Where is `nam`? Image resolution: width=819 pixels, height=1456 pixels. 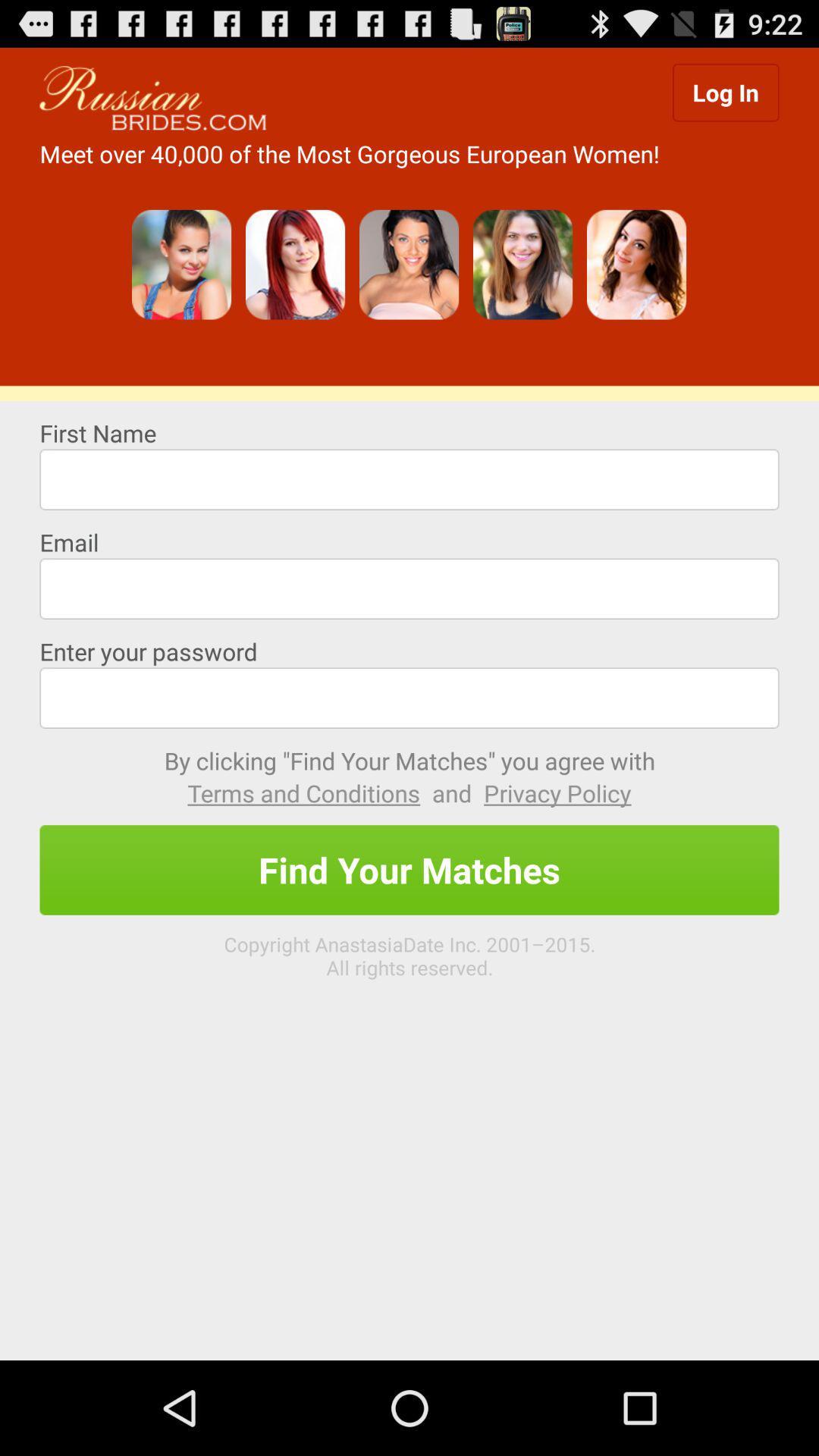
nam is located at coordinates (409, 479).